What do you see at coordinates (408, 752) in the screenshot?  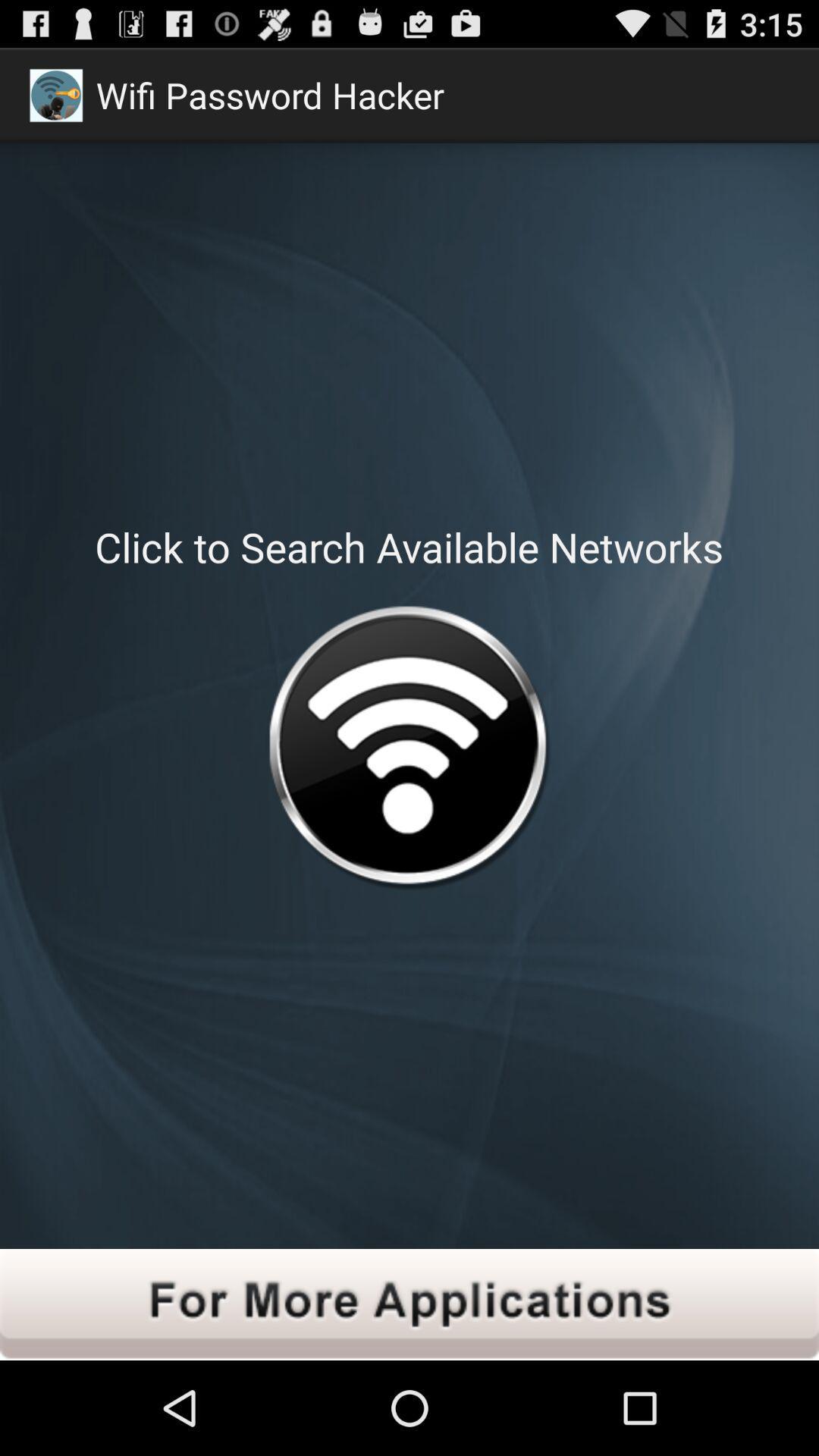 I see `the app below click to search app` at bounding box center [408, 752].